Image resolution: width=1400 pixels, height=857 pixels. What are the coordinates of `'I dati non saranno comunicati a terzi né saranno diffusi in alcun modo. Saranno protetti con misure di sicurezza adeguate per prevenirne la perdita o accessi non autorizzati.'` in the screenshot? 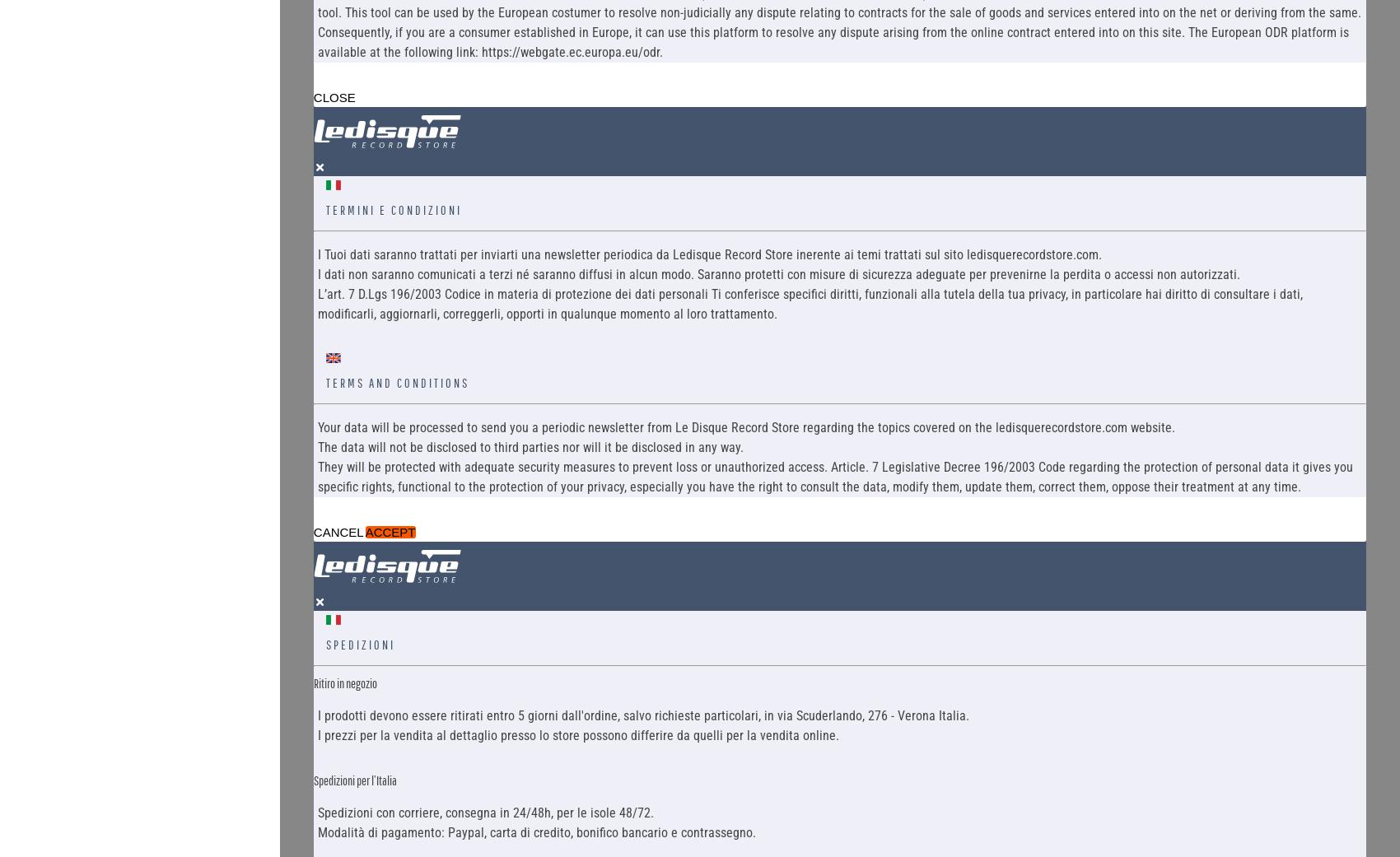 It's located at (316, 273).